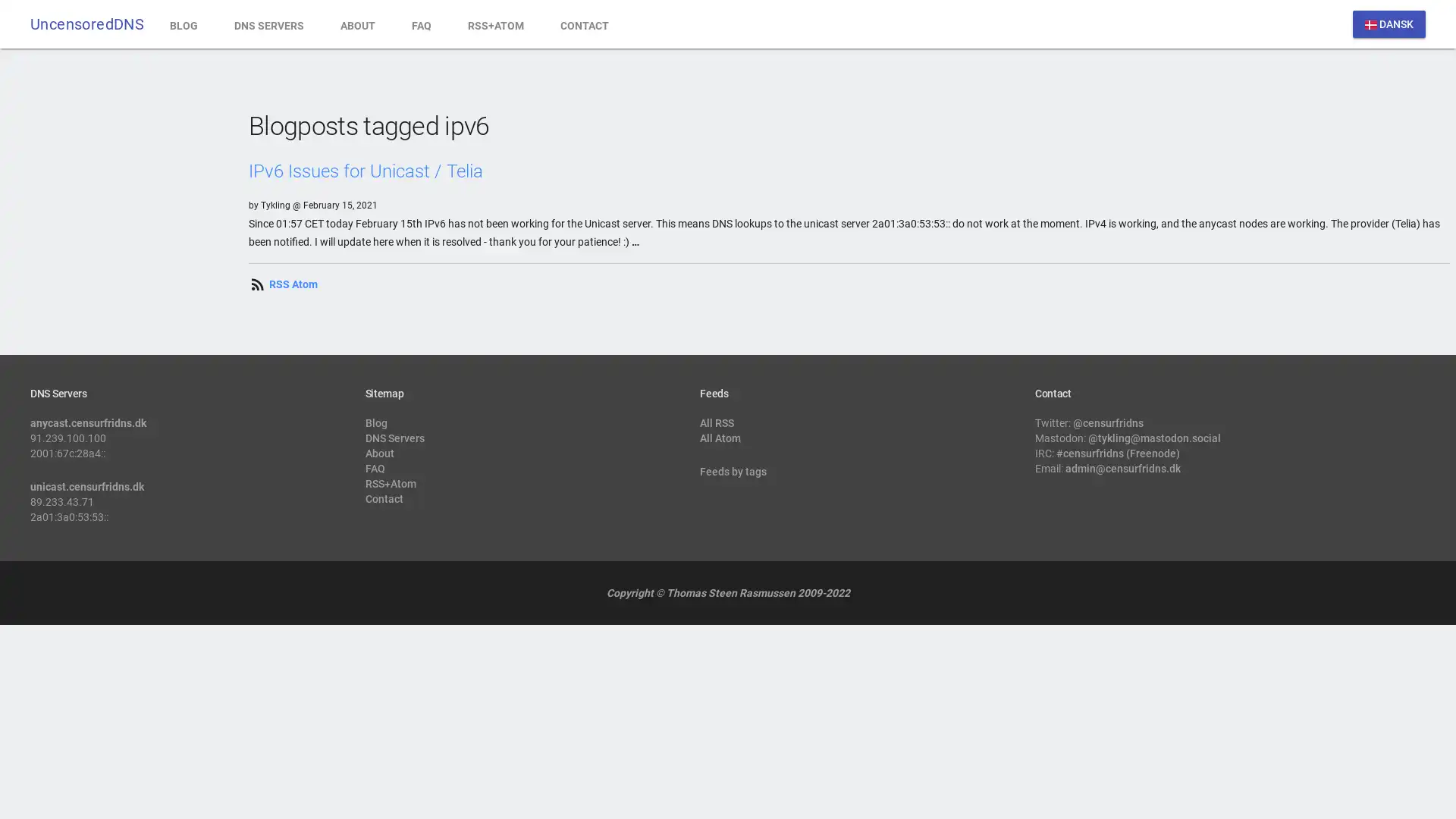 The image size is (1456, 819). What do you see at coordinates (1389, 24) in the screenshot?
I see `dansk DANSK` at bounding box center [1389, 24].